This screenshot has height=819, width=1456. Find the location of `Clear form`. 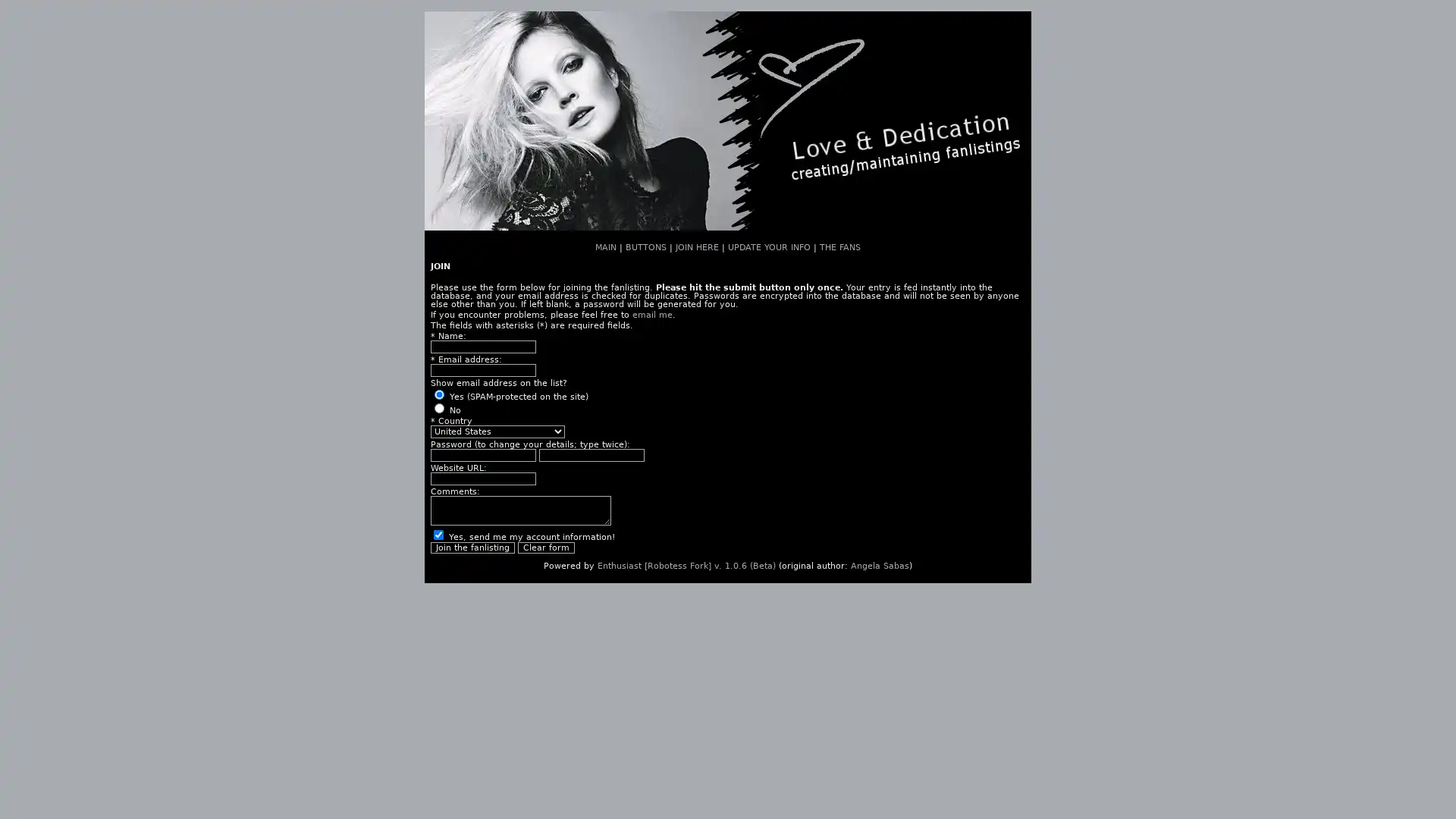

Clear form is located at coordinates (546, 548).